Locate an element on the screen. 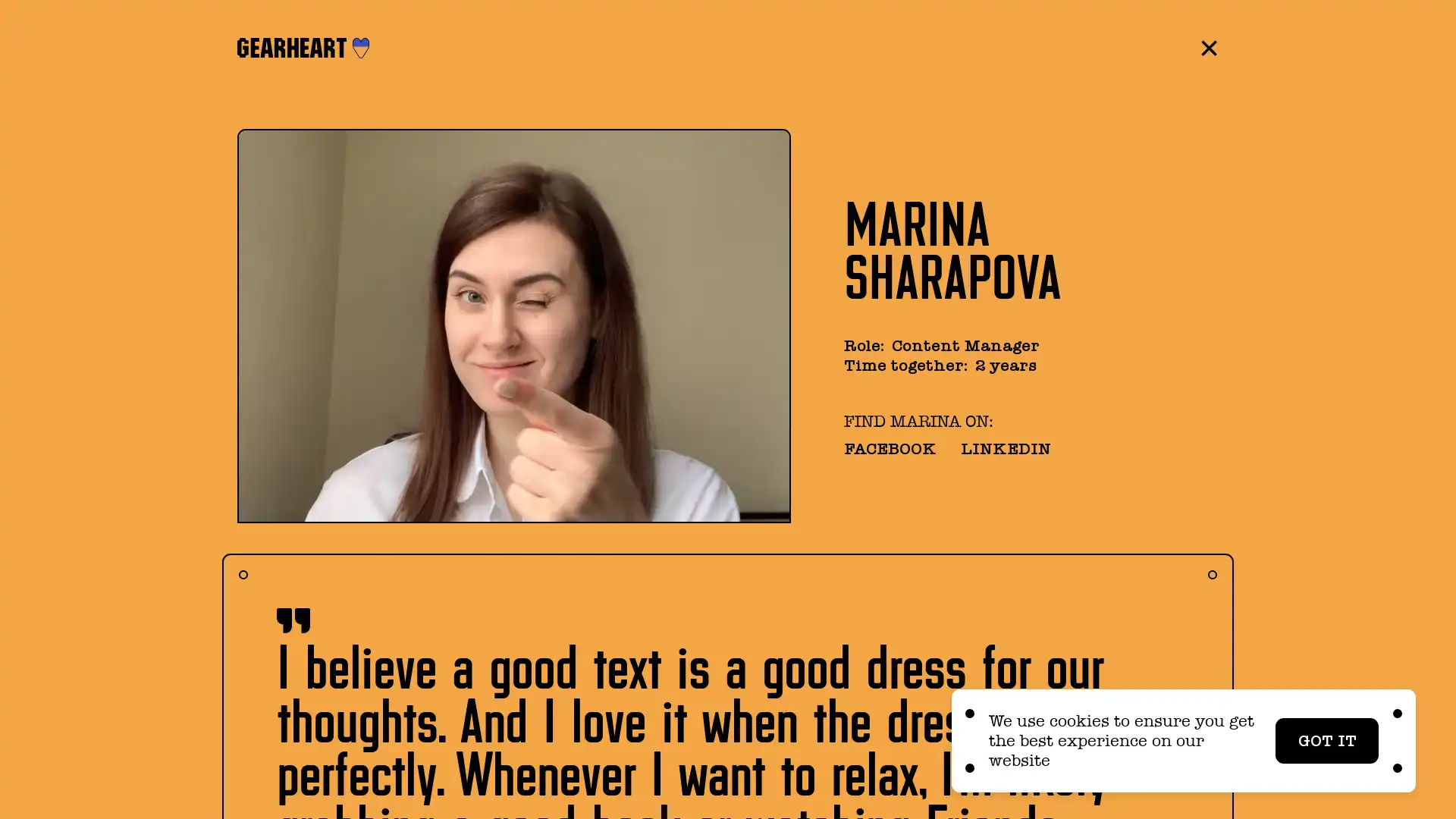 The height and width of the screenshot is (819, 1456). GOT IT is located at coordinates (1326, 739).